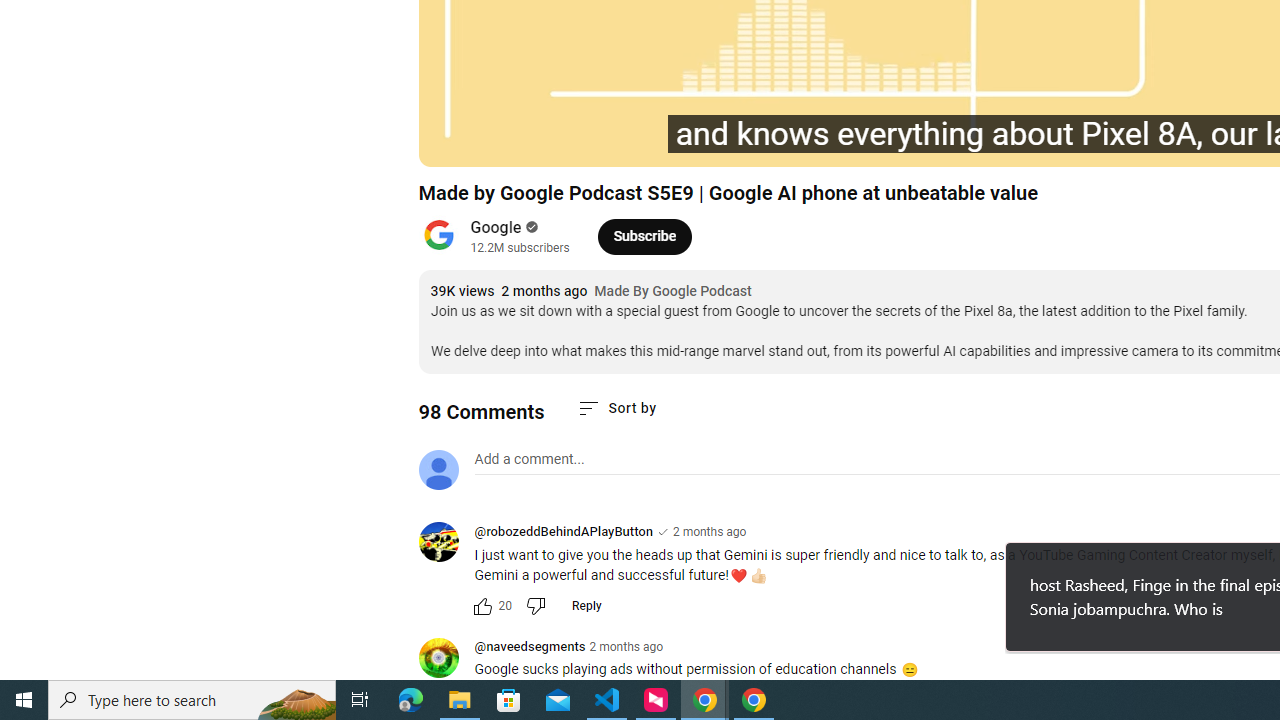 This screenshot has height=720, width=1280. I want to click on 'Sort comments', so click(615, 407).